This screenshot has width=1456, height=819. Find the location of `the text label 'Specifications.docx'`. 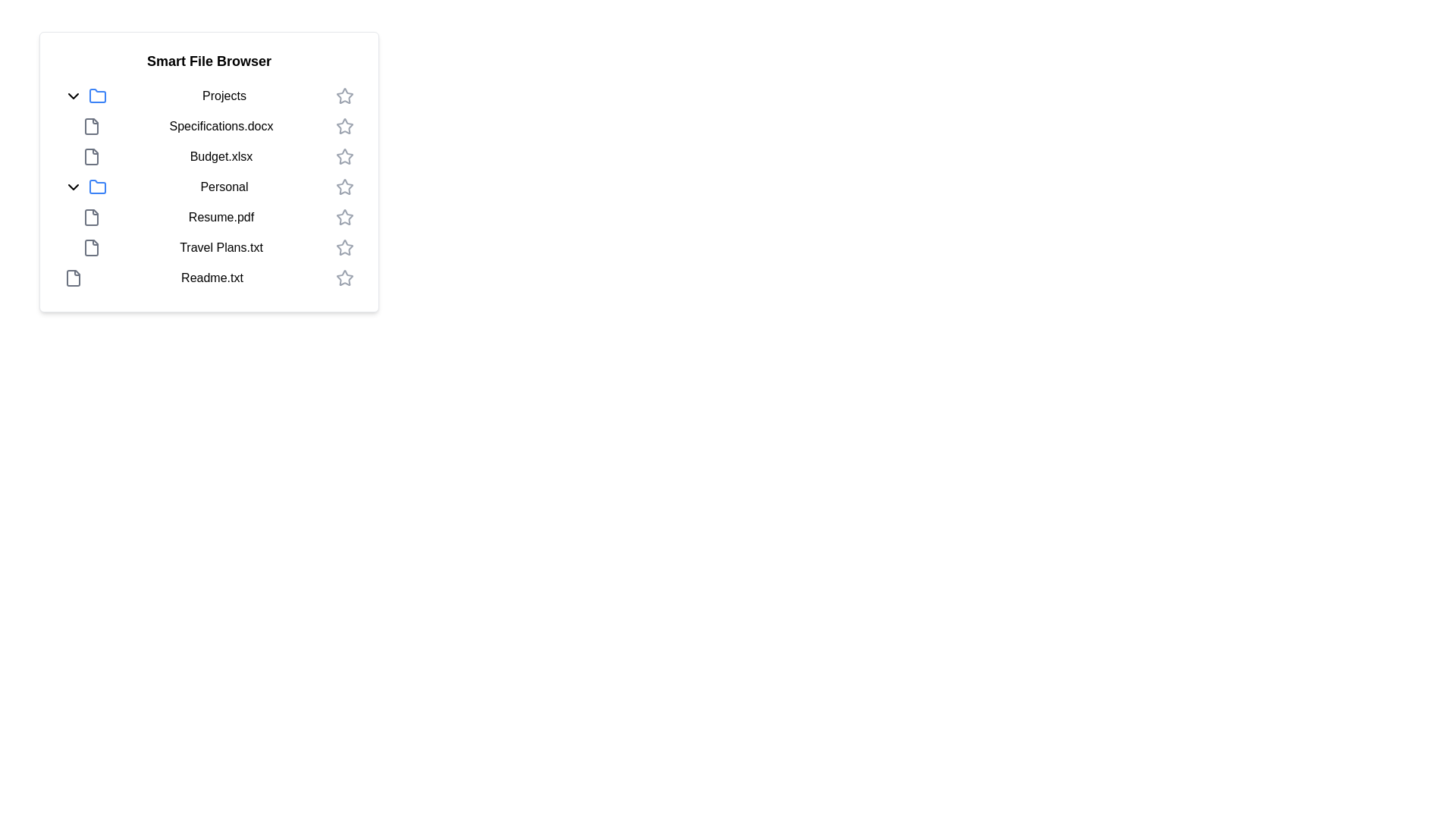

the text label 'Specifications.docx' is located at coordinates (218, 125).